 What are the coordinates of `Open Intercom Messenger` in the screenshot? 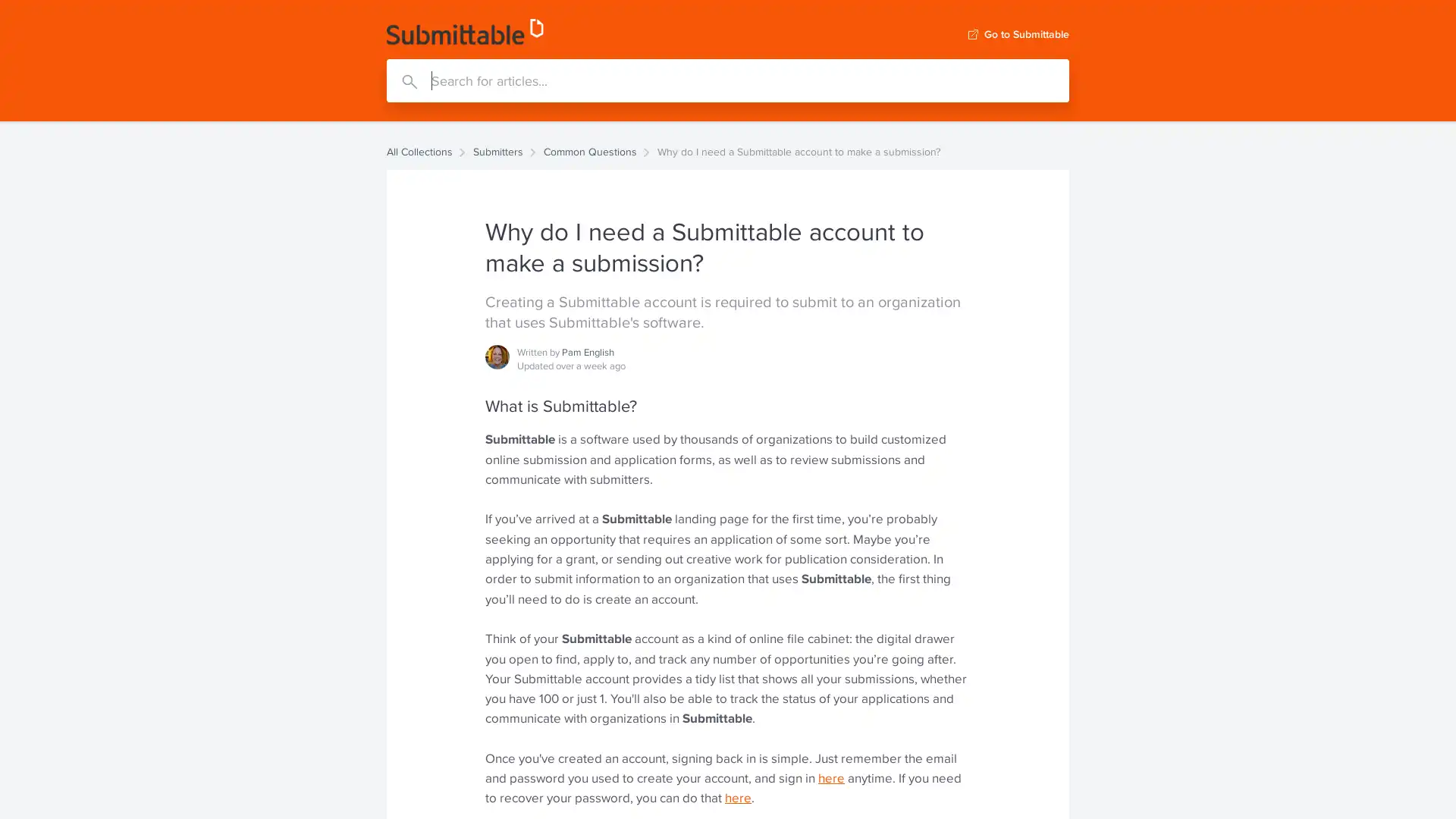 It's located at (1417, 780).